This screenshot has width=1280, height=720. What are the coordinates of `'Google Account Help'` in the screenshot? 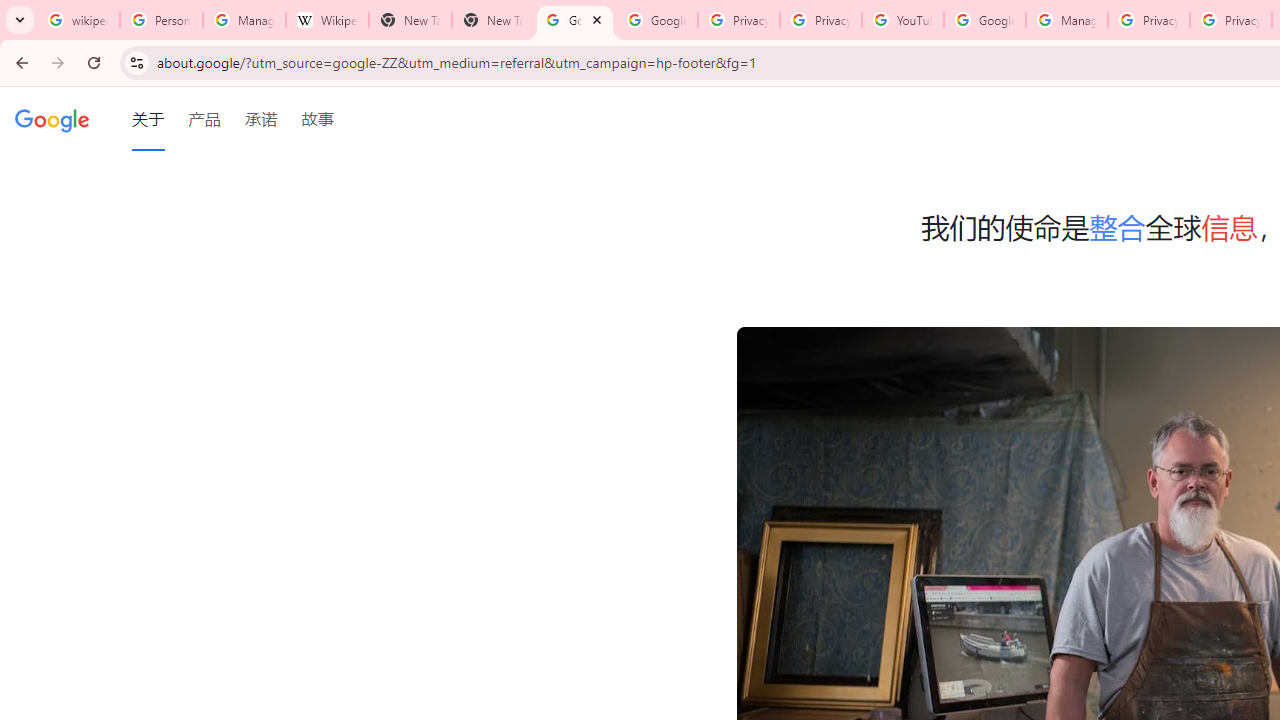 It's located at (984, 20).